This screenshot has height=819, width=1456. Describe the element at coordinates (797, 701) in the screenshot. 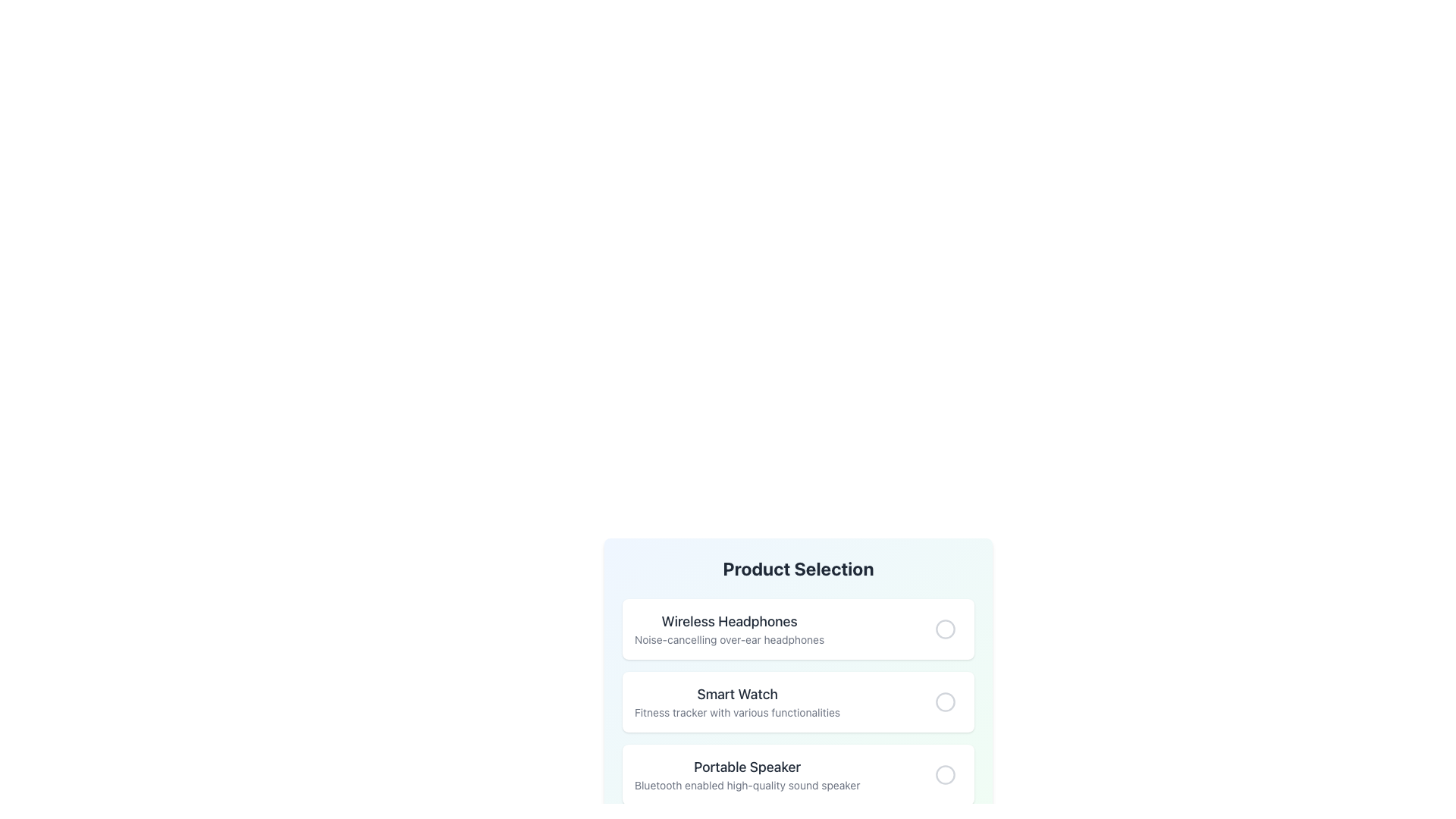

I see `description of the 'Smart Watch' Information Card, which is the second item in a vertical list of options` at that location.